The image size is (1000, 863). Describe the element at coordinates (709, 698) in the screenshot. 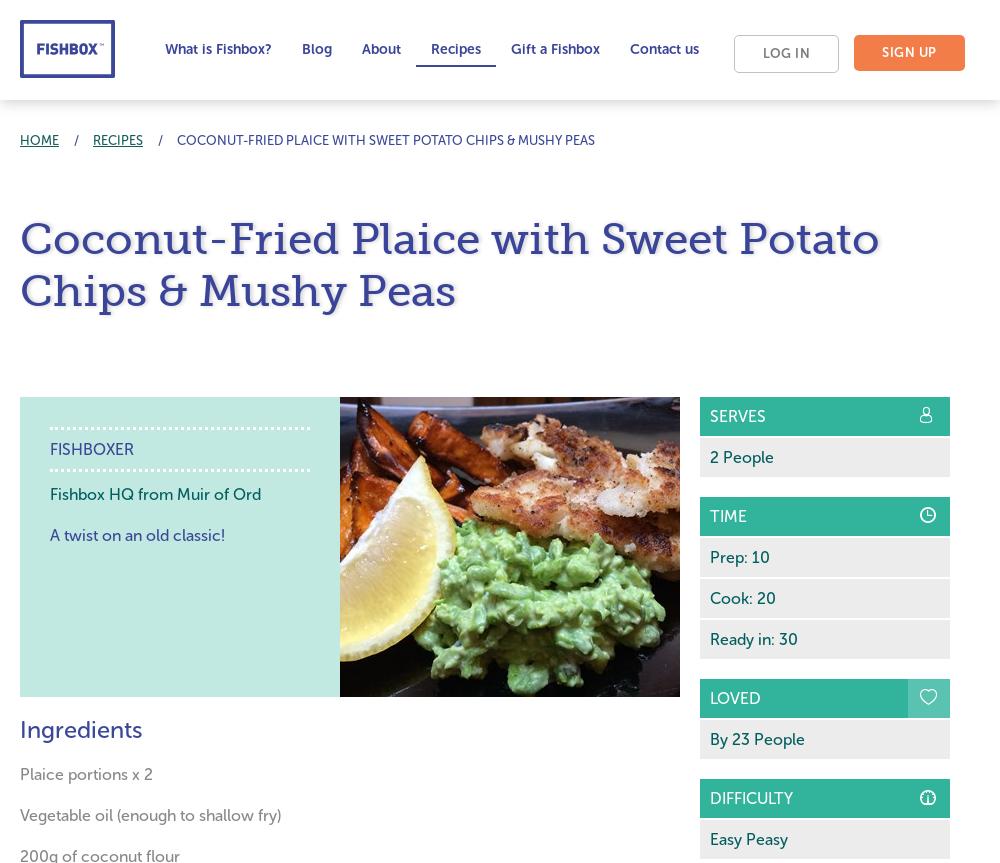

I see `'Loved'` at that location.